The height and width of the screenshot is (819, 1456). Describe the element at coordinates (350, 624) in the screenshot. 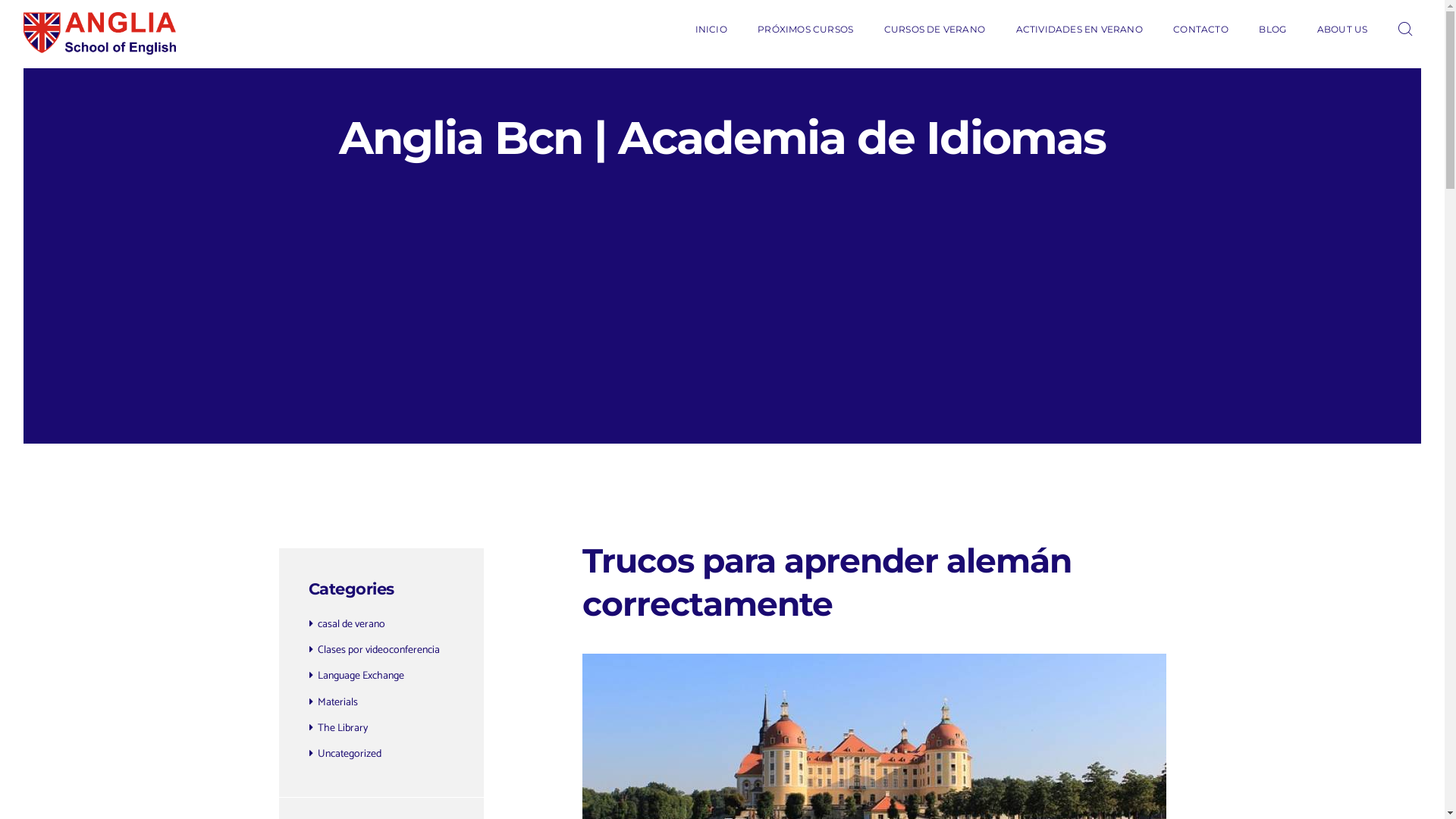

I see `'casal de verano'` at that location.